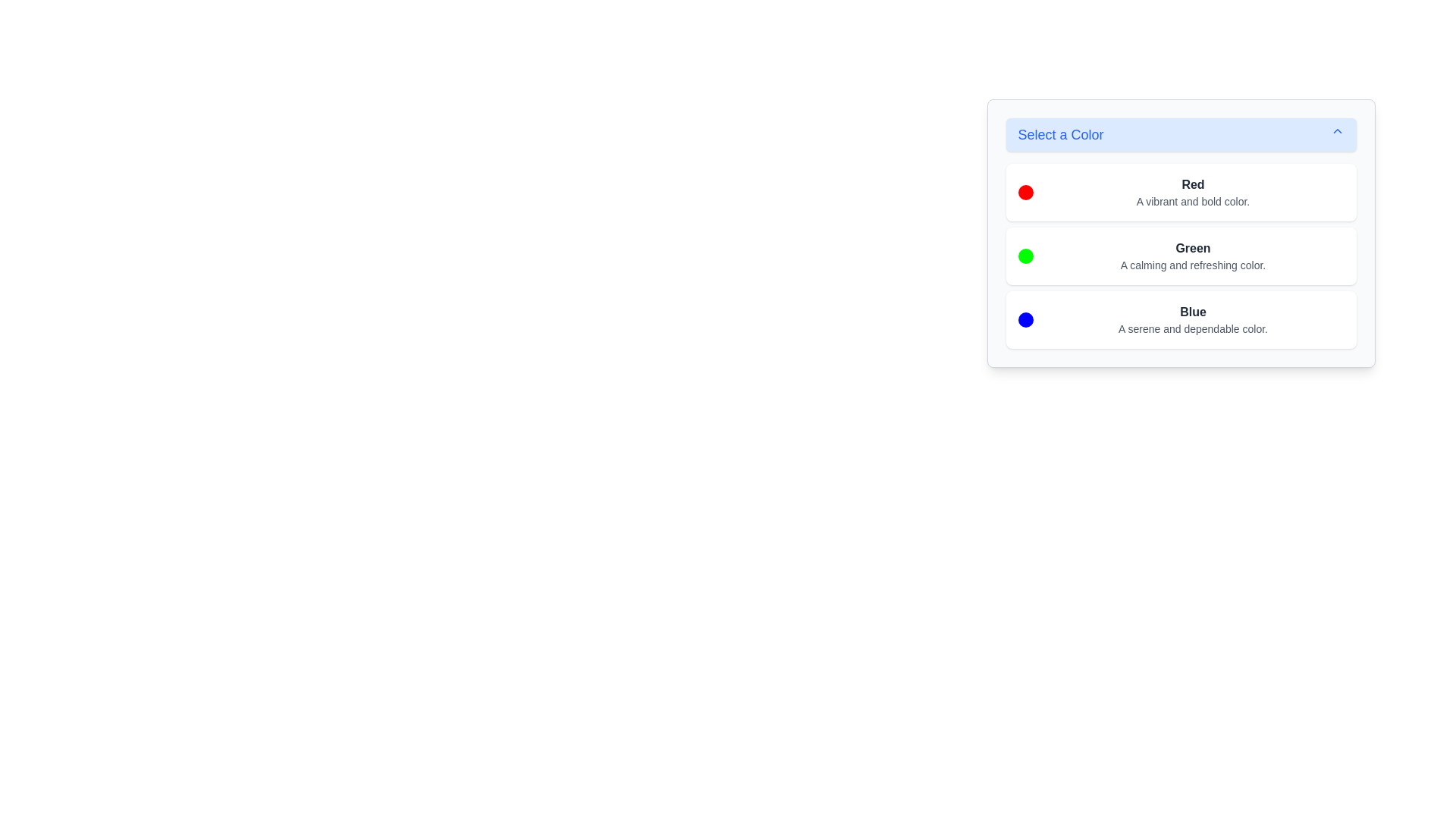 The height and width of the screenshot is (819, 1456). Describe the element at coordinates (1025, 256) in the screenshot. I see `the small green circular color indicator located to the left of the 'Green' label in the color selection list` at that location.